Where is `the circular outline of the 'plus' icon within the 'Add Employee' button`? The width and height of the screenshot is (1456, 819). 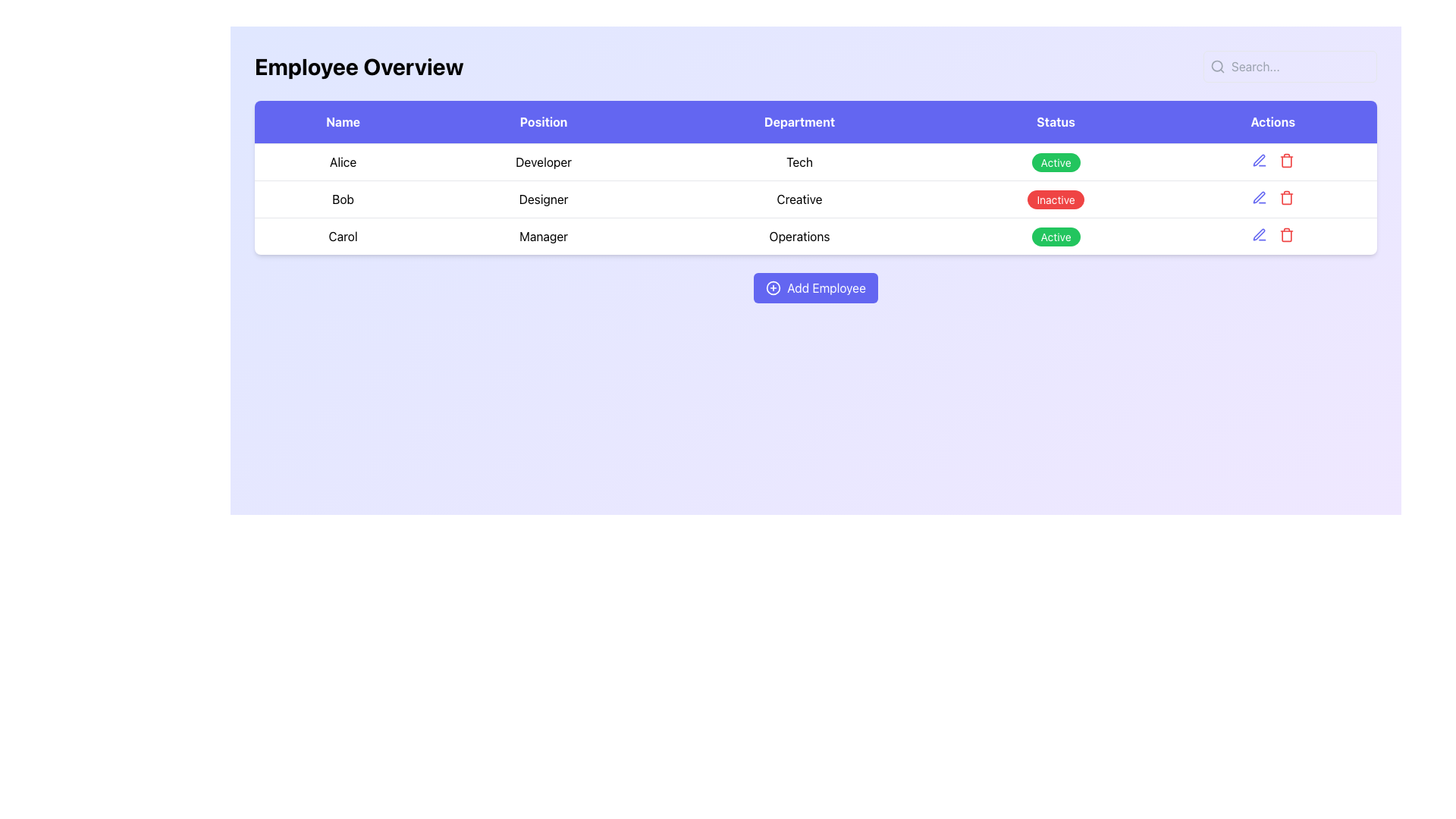 the circular outline of the 'plus' icon within the 'Add Employee' button is located at coordinates (773, 288).